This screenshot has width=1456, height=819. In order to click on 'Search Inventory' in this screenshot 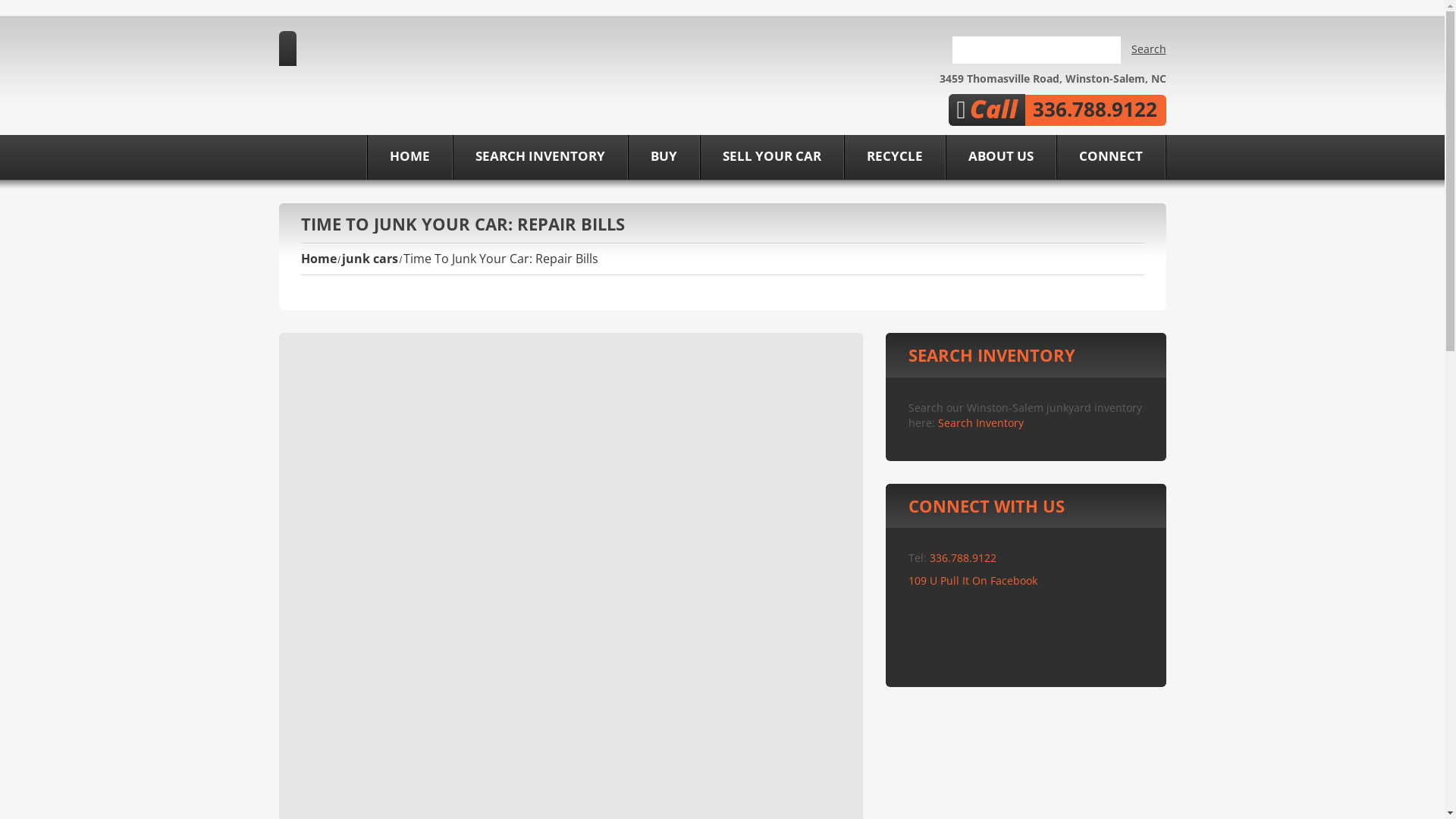, I will do `click(980, 422)`.